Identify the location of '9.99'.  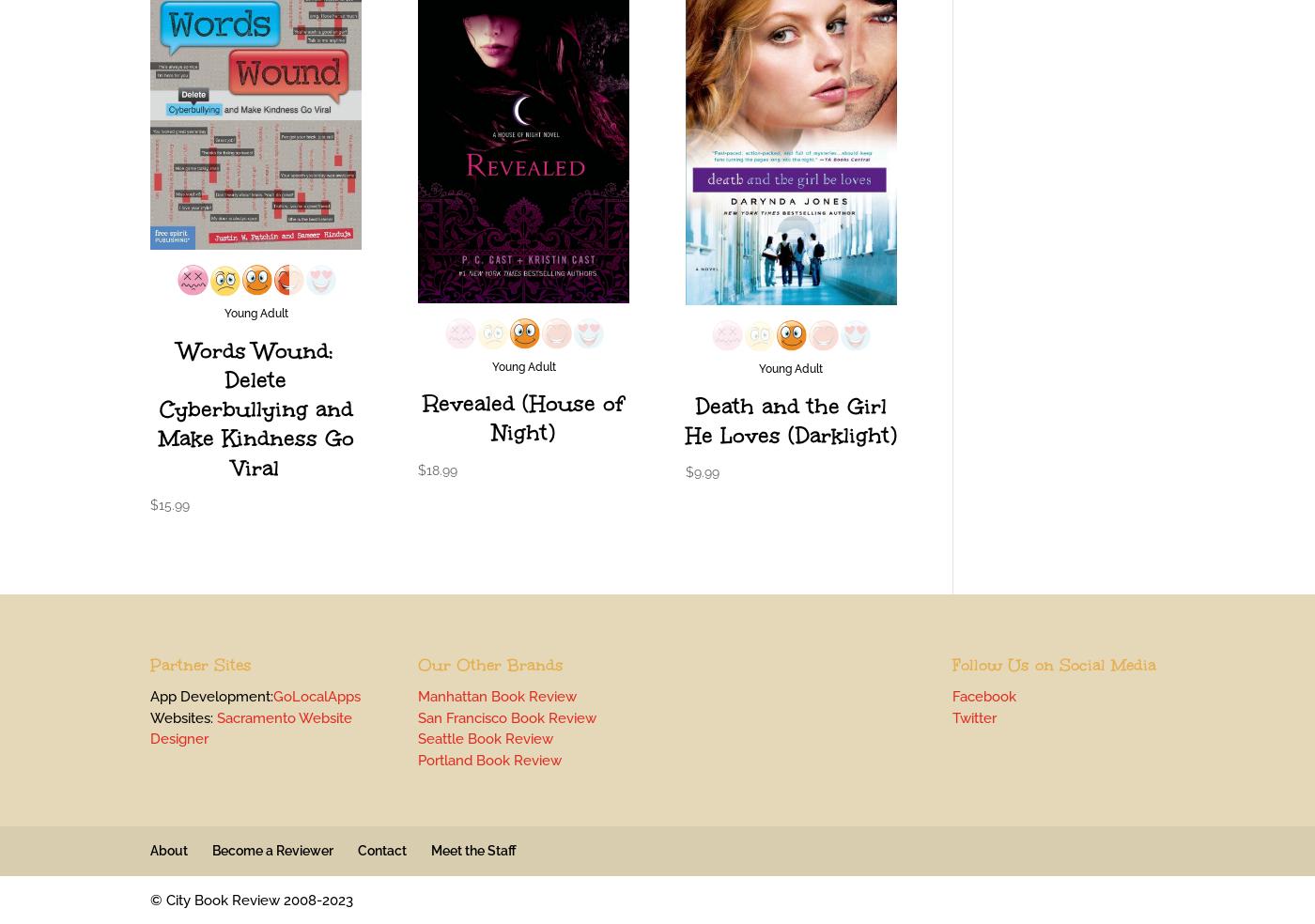
(705, 470).